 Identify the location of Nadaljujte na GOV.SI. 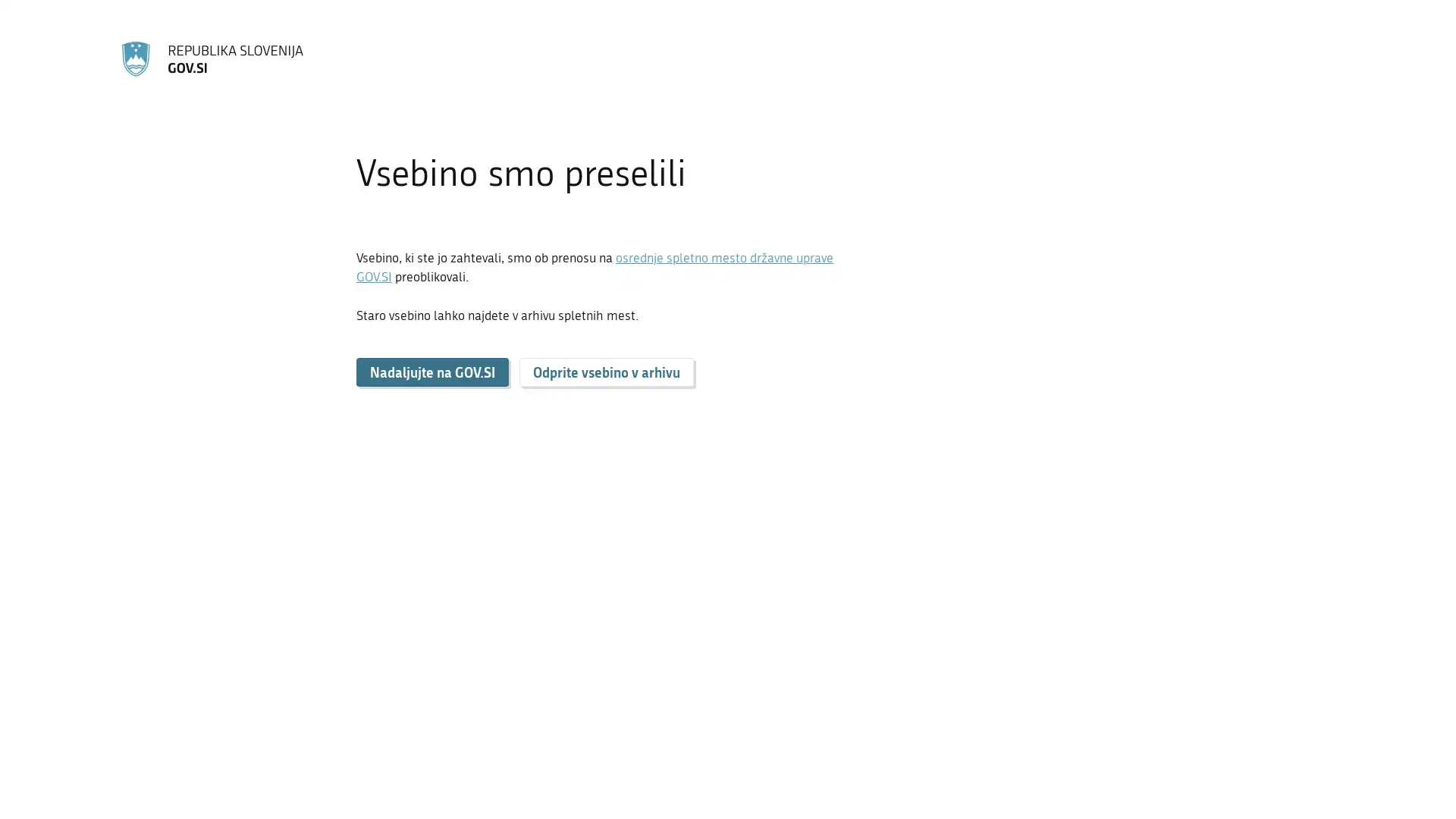
(431, 372).